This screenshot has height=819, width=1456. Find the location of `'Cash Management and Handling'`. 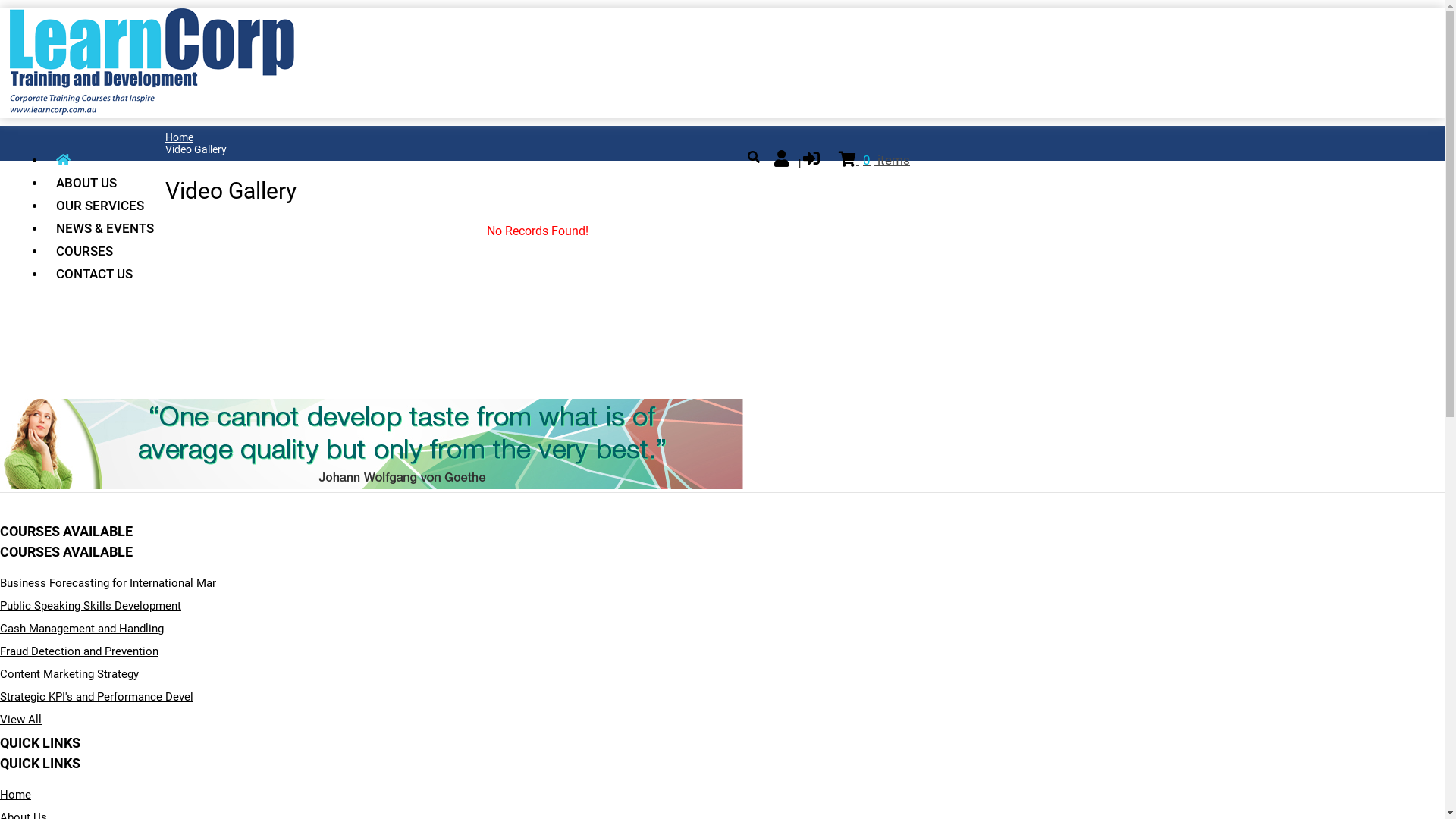

'Cash Management and Handling' is located at coordinates (81, 629).